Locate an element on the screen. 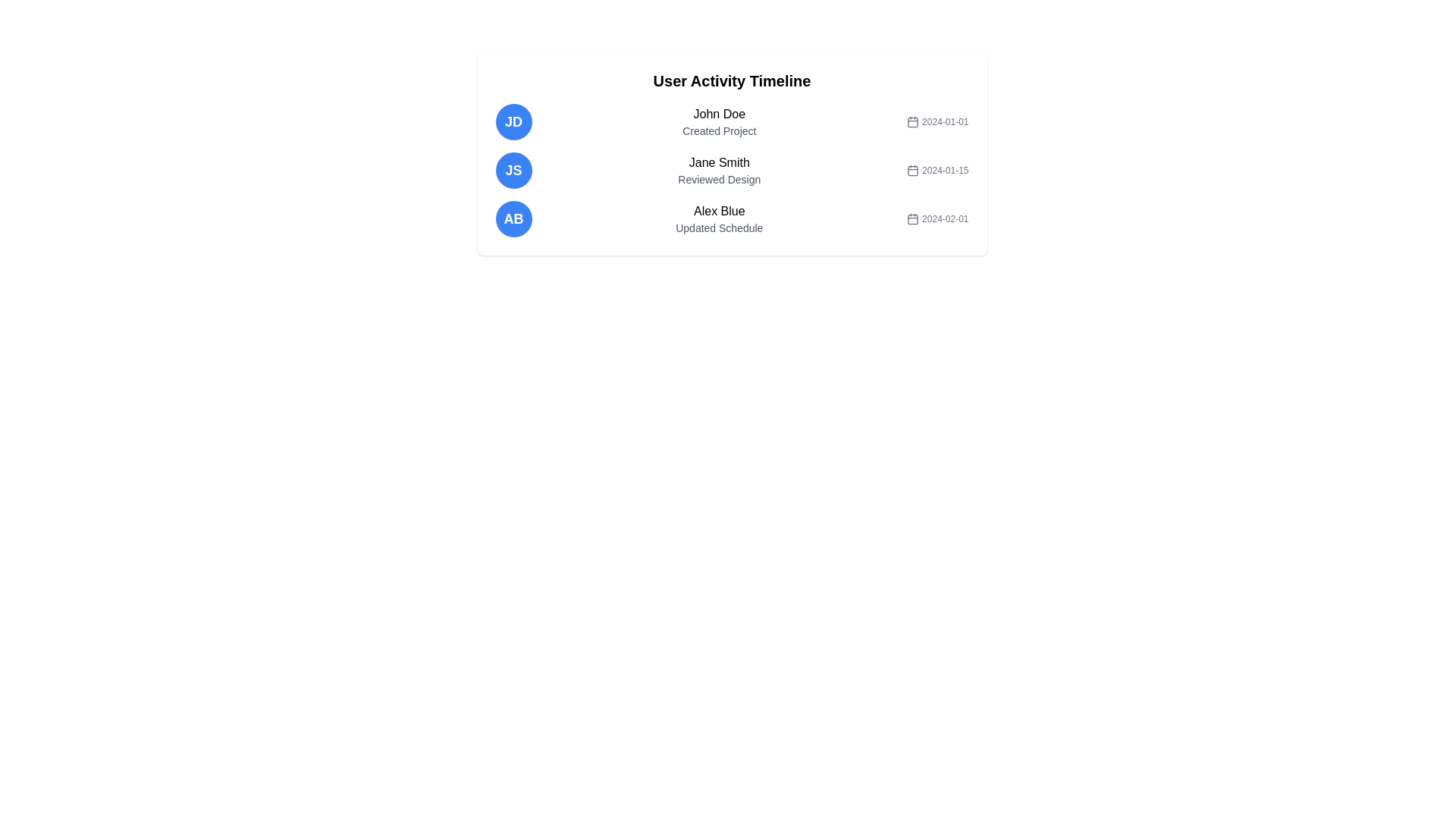  the circular avatar with a blue background and white text containing the initials 'AB', which is the third avatar in a vertical list, located to the left of the name 'Alex Blue' is located at coordinates (513, 219).